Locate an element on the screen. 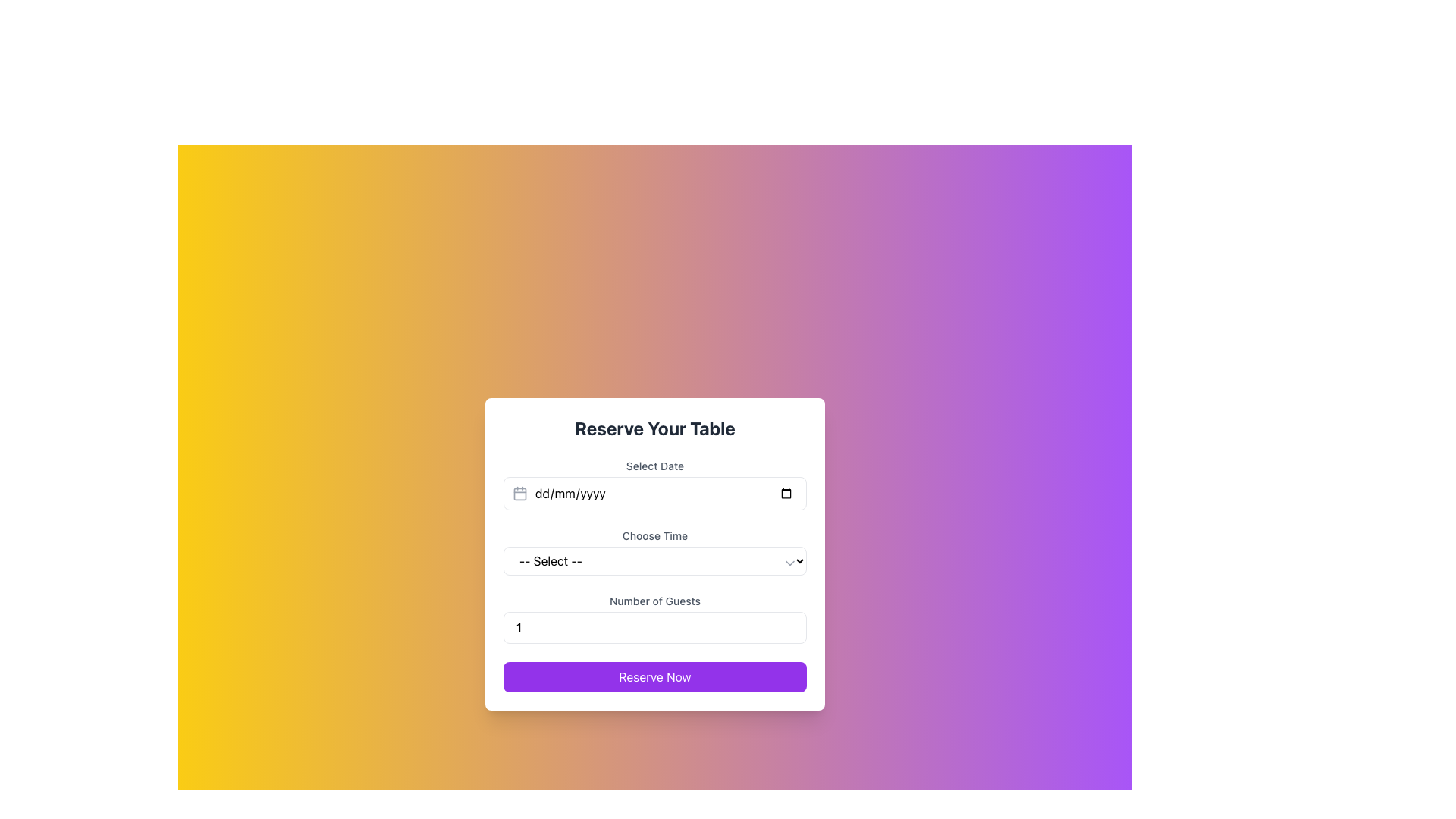 This screenshot has height=819, width=1456. the dropdown menu for selecting a time, which is located in the middle of the 'Reserve Your Table' form, between the 'Select Date' and 'Number of Guests' fields is located at coordinates (655, 552).